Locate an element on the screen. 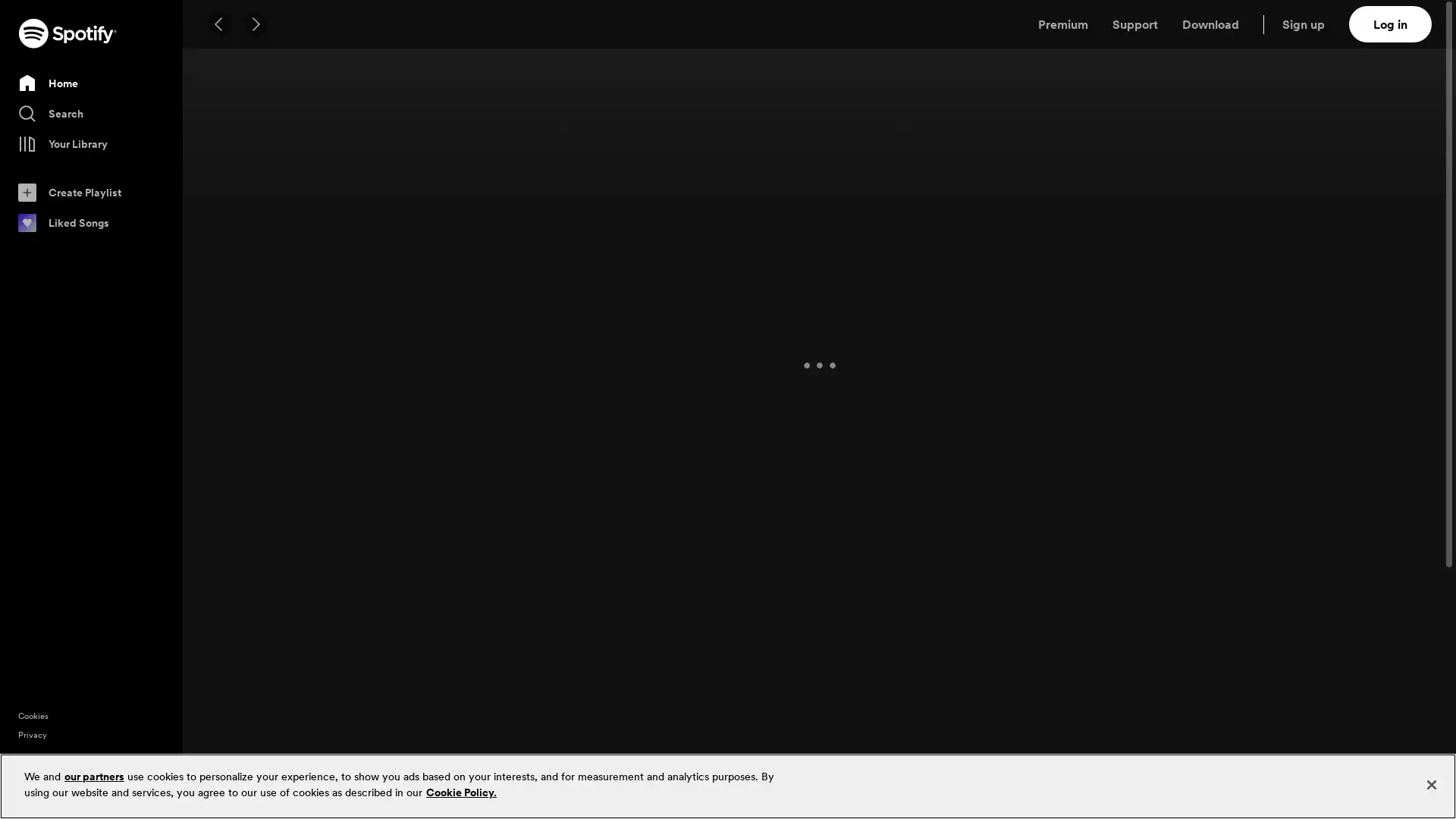  Play Peaceful Piano is located at coordinates (461, 485).